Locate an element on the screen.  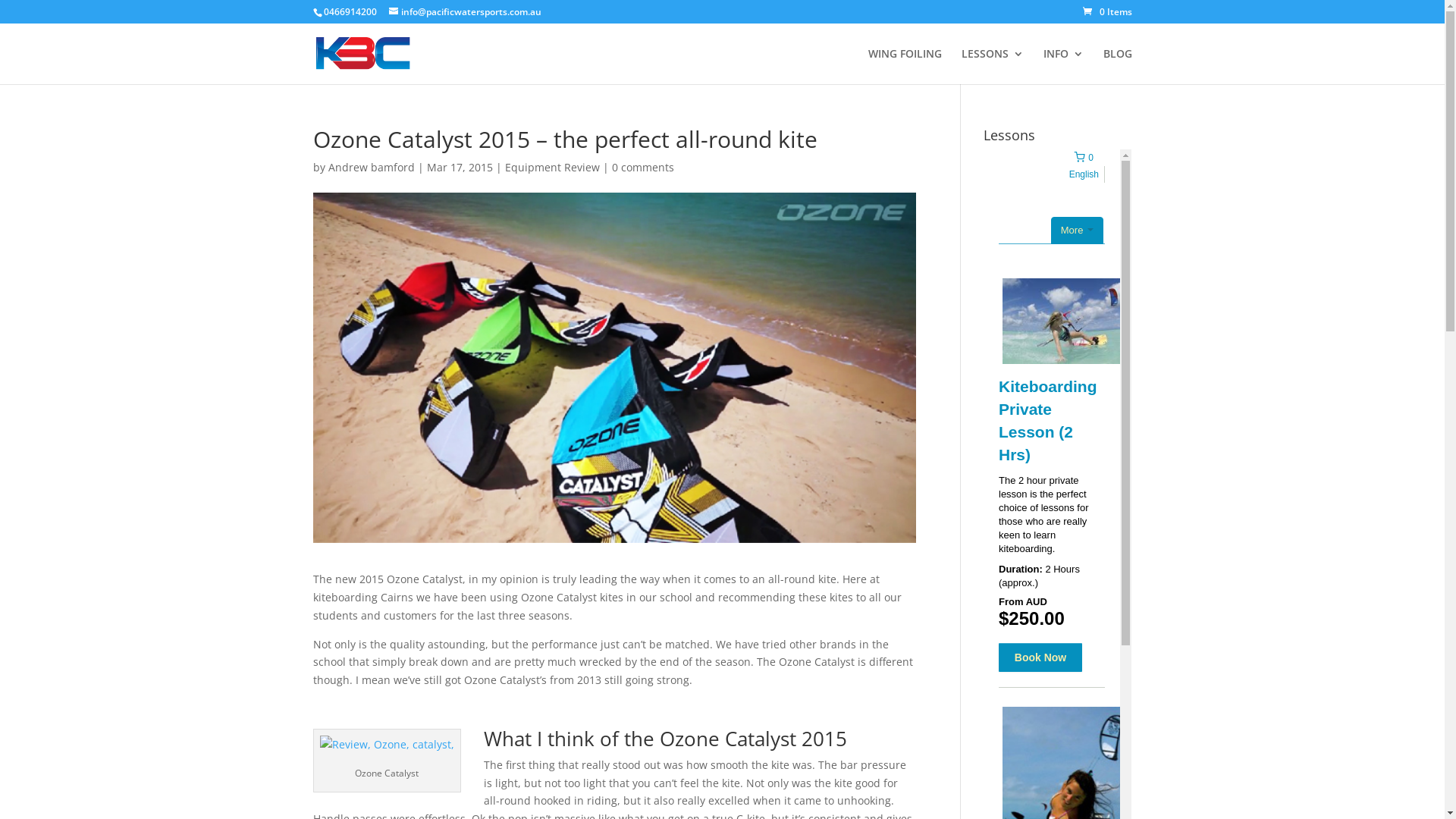
'0 Items' is located at coordinates (1107, 11).